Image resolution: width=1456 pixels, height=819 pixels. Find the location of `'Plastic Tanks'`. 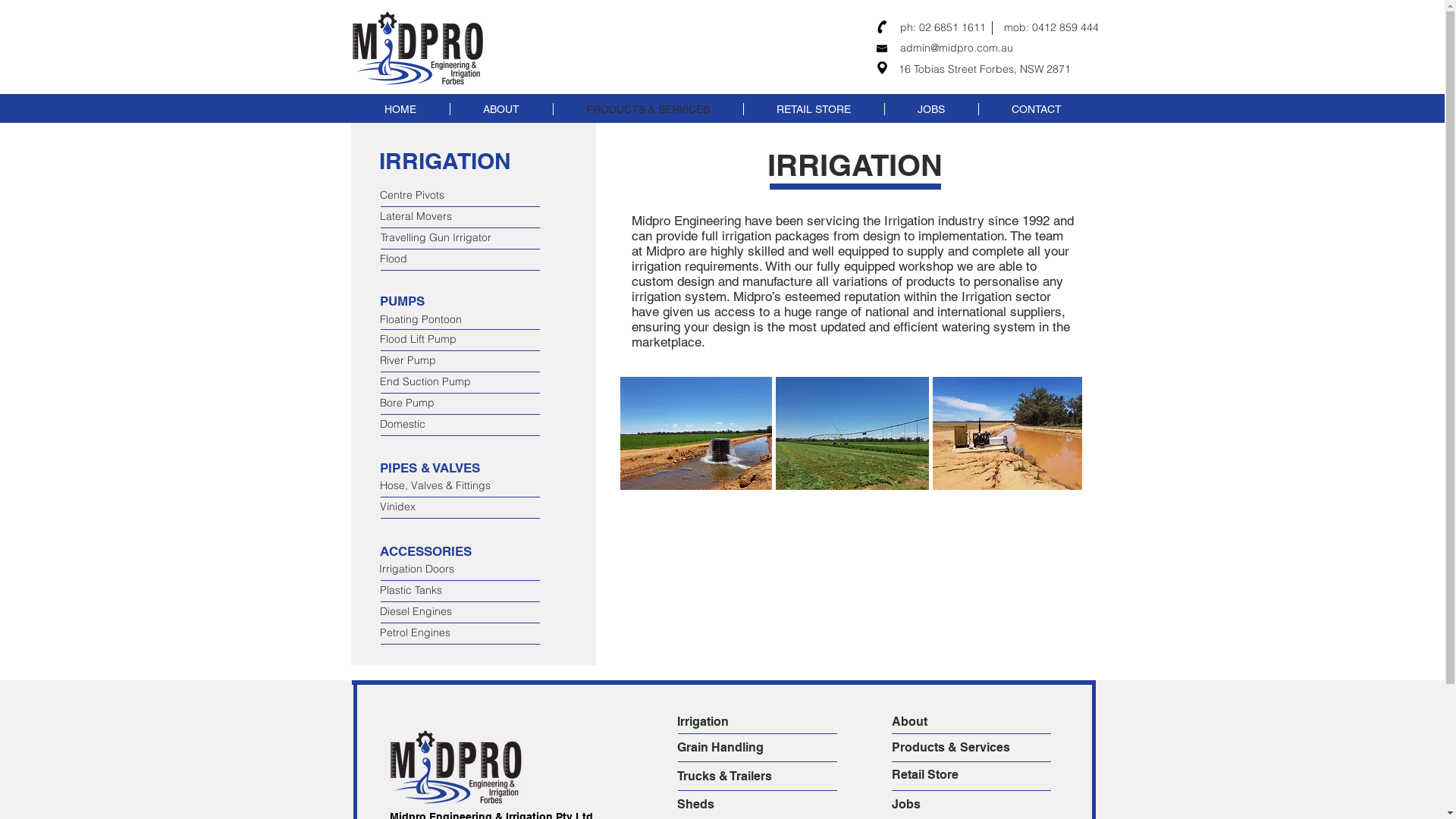

'Plastic Tanks' is located at coordinates (378, 590).